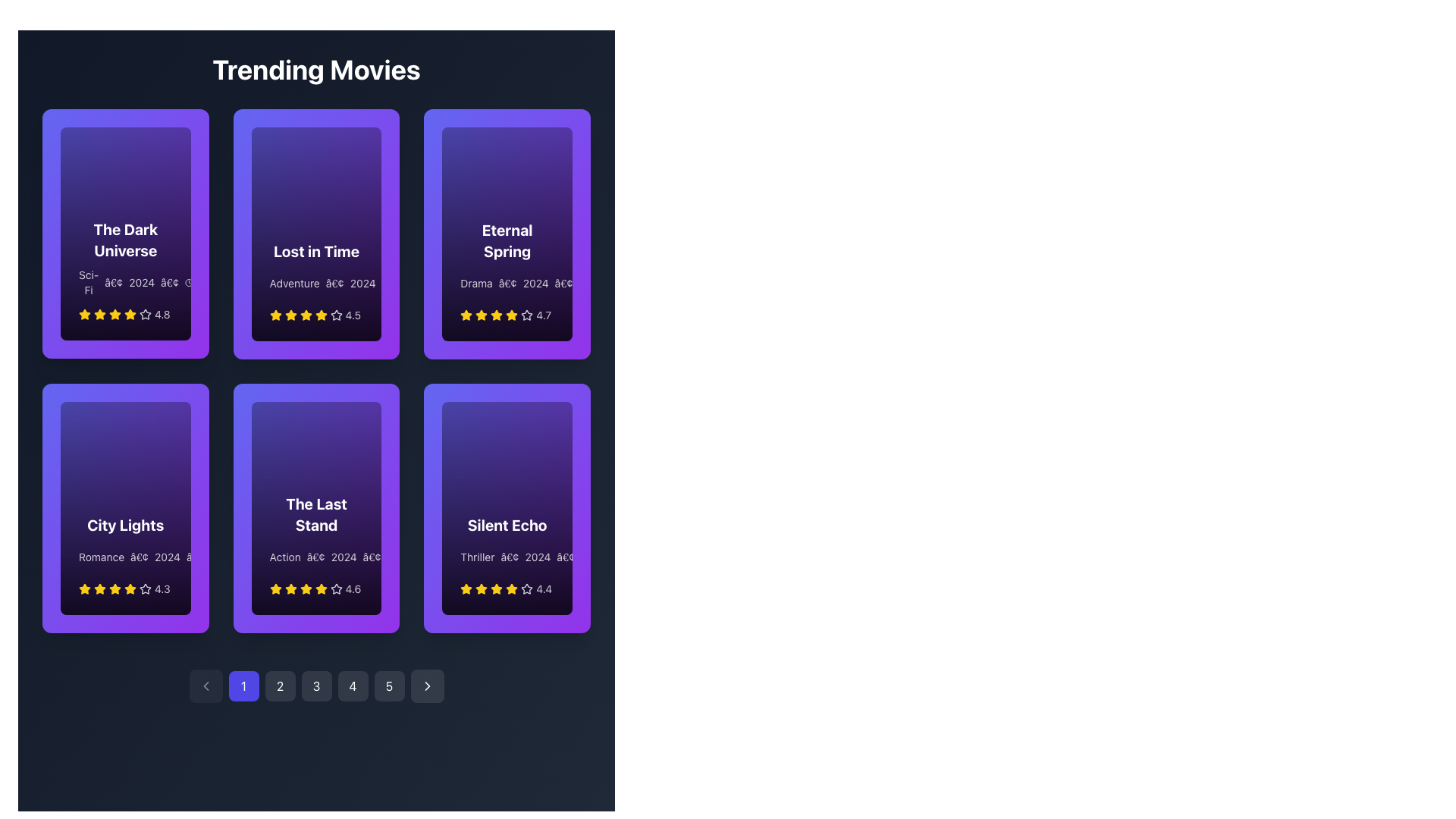 The image size is (1456, 819). I want to click on the fourth rating star icon located directly below the movie card for 'The Last Stand', which is positioned in the second row and second column of the movie grid, so click(335, 588).